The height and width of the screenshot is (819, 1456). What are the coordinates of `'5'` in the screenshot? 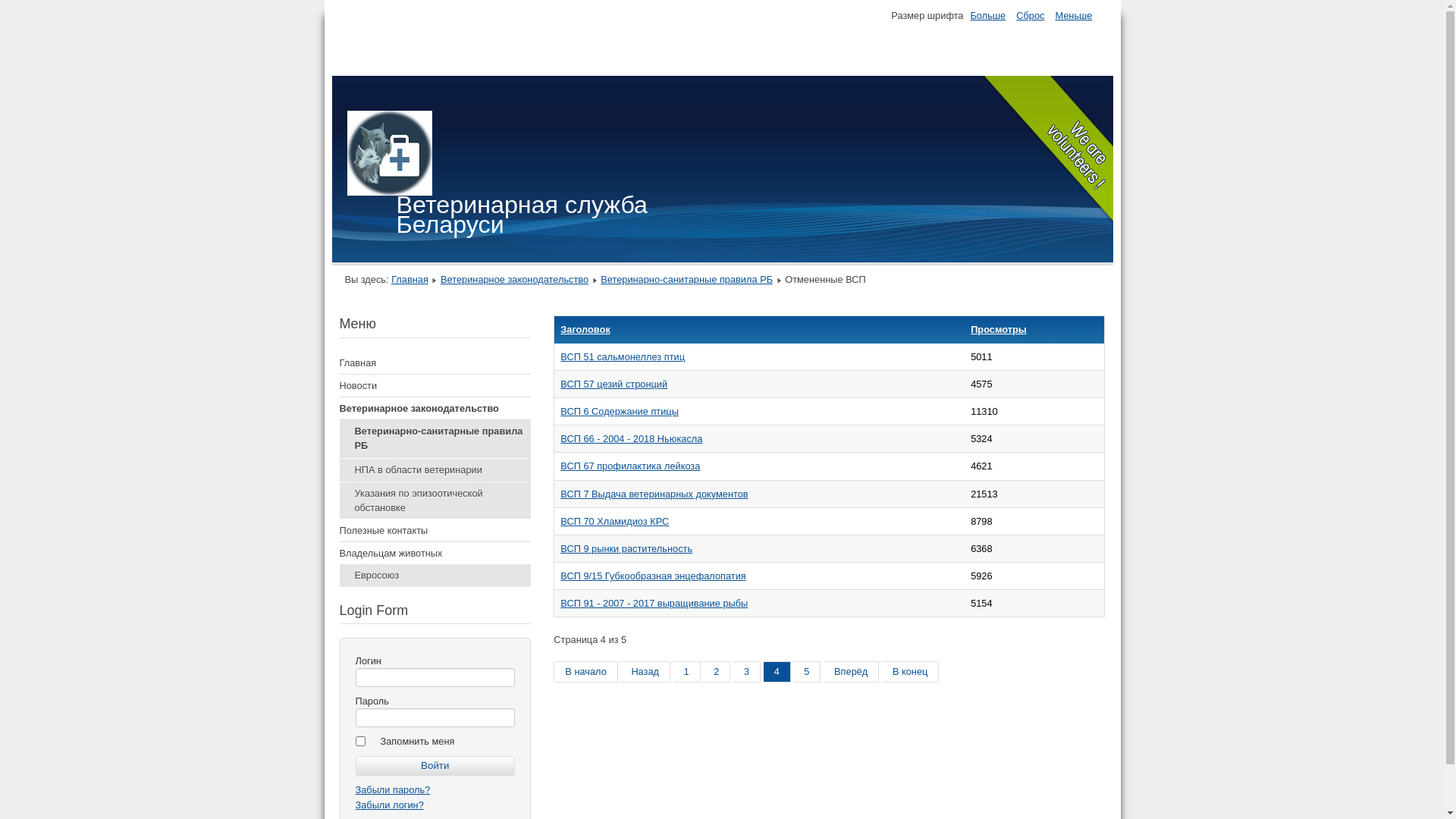 It's located at (806, 671).